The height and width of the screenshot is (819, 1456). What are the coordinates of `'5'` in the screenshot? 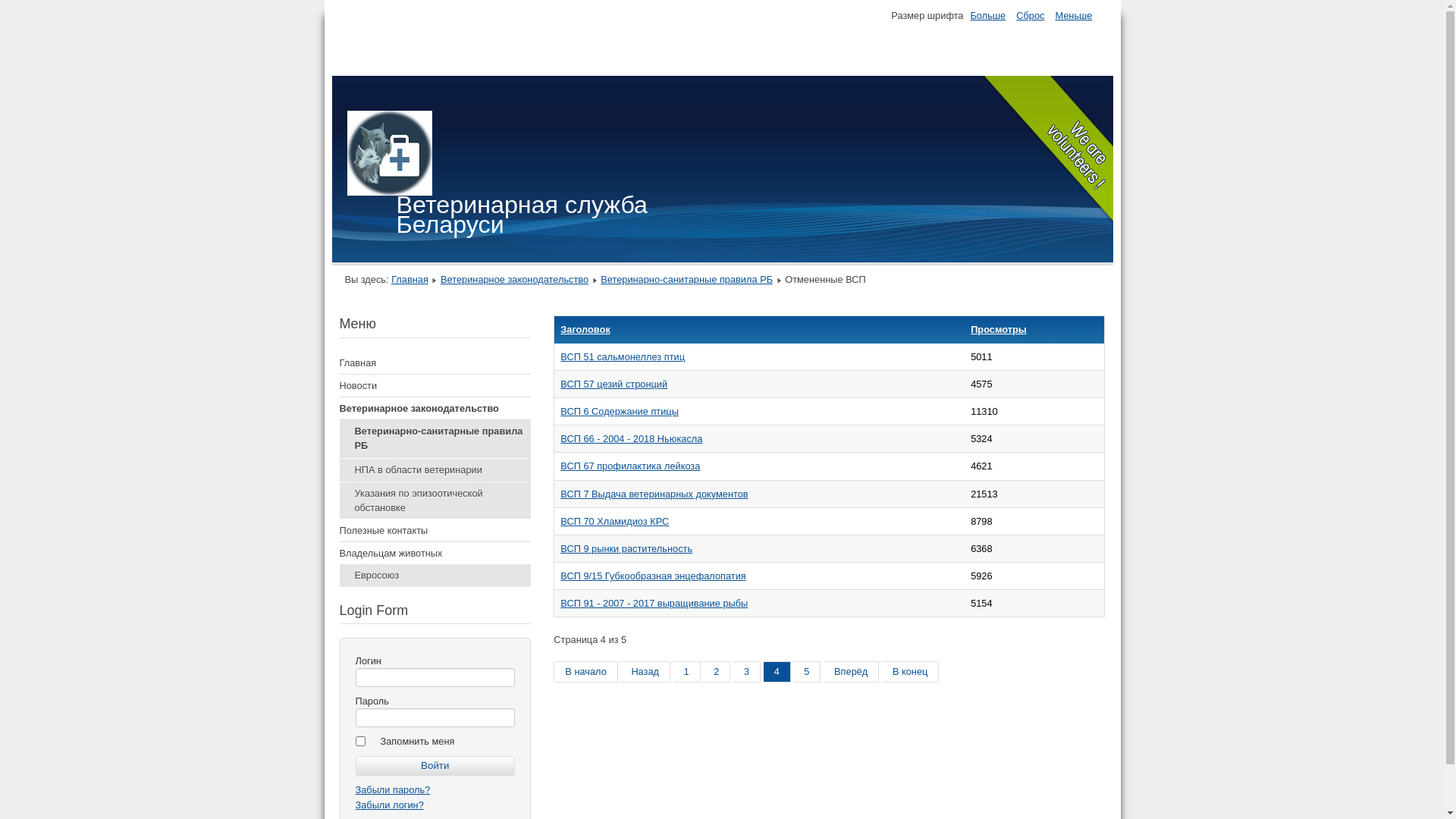 It's located at (806, 671).